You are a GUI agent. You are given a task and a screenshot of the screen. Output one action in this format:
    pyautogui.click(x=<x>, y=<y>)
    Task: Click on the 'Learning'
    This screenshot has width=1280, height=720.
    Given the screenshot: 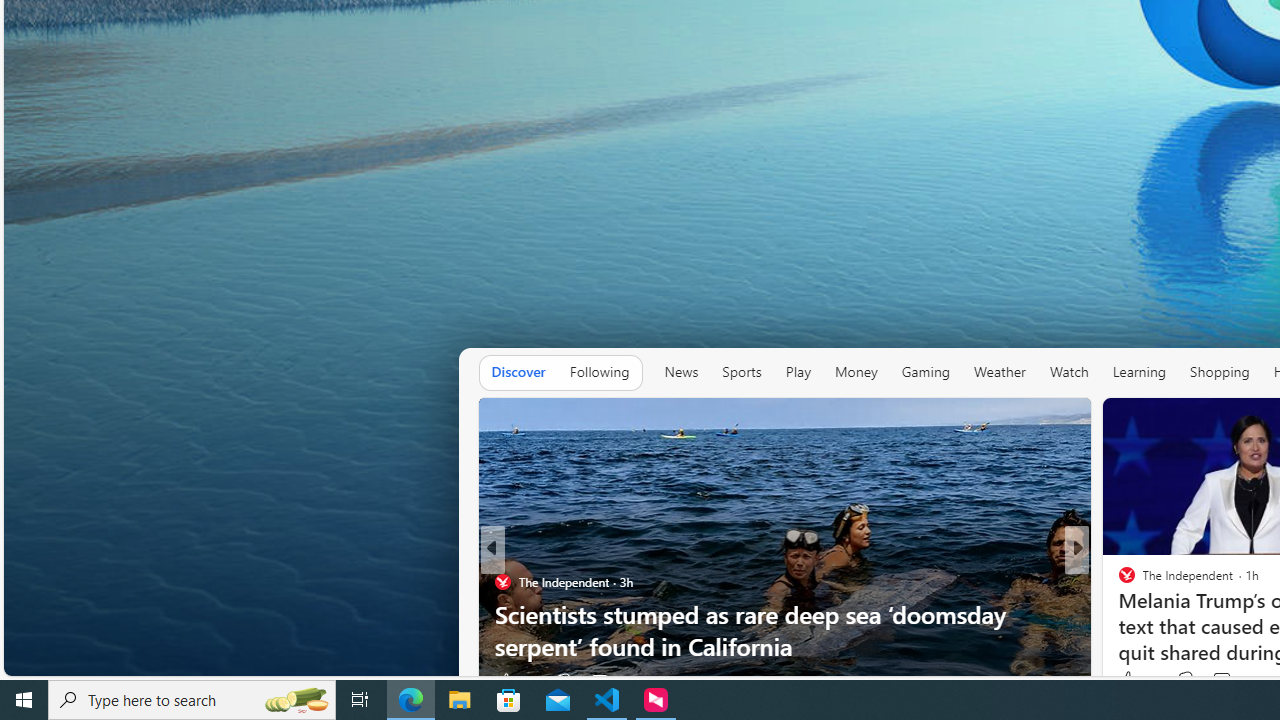 What is the action you would take?
    pyautogui.click(x=1139, y=372)
    